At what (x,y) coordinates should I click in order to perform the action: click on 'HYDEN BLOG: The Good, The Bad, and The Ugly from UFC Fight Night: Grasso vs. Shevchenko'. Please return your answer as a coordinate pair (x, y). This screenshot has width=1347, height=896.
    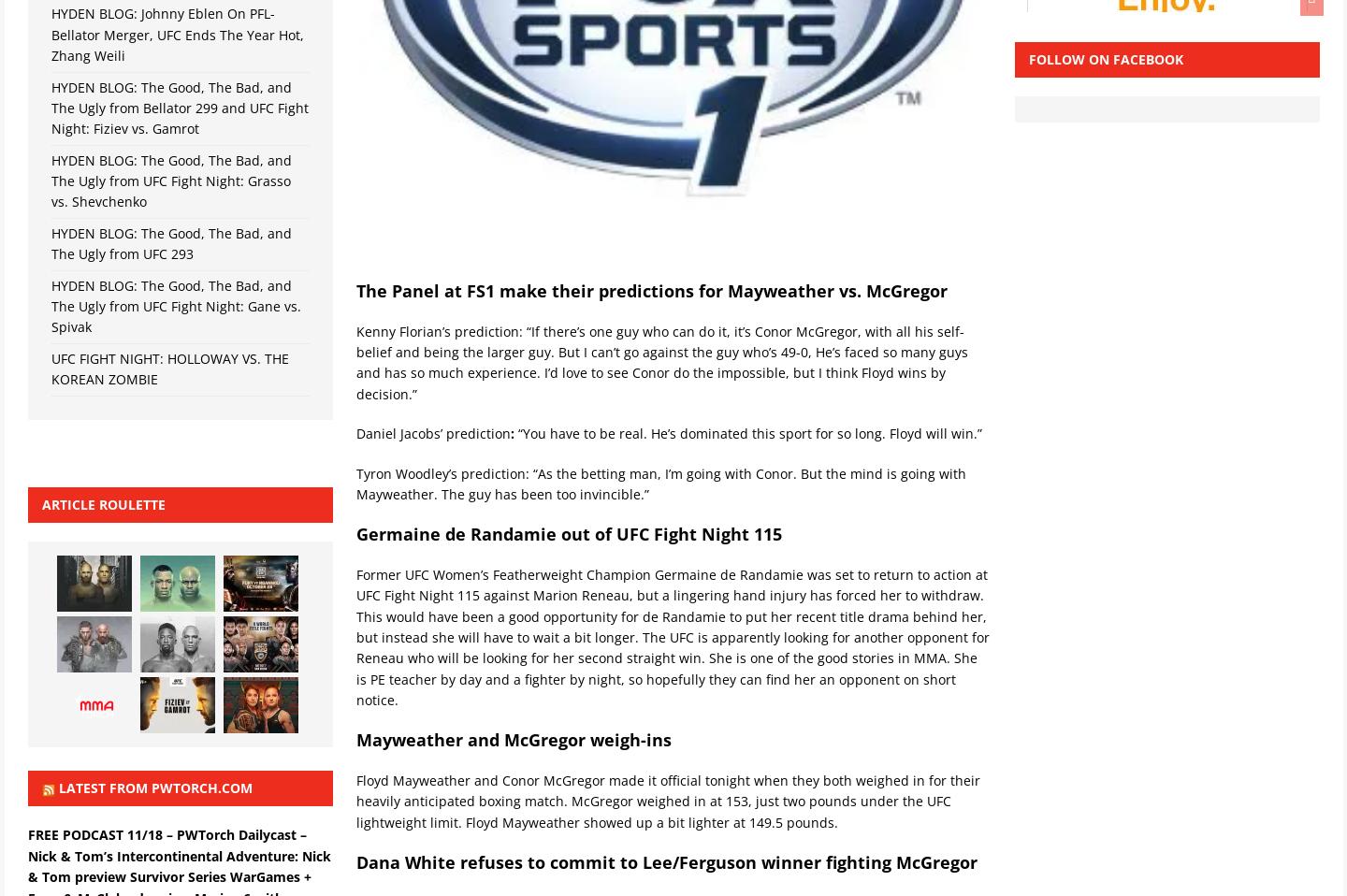
    Looking at the image, I should click on (50, 180).